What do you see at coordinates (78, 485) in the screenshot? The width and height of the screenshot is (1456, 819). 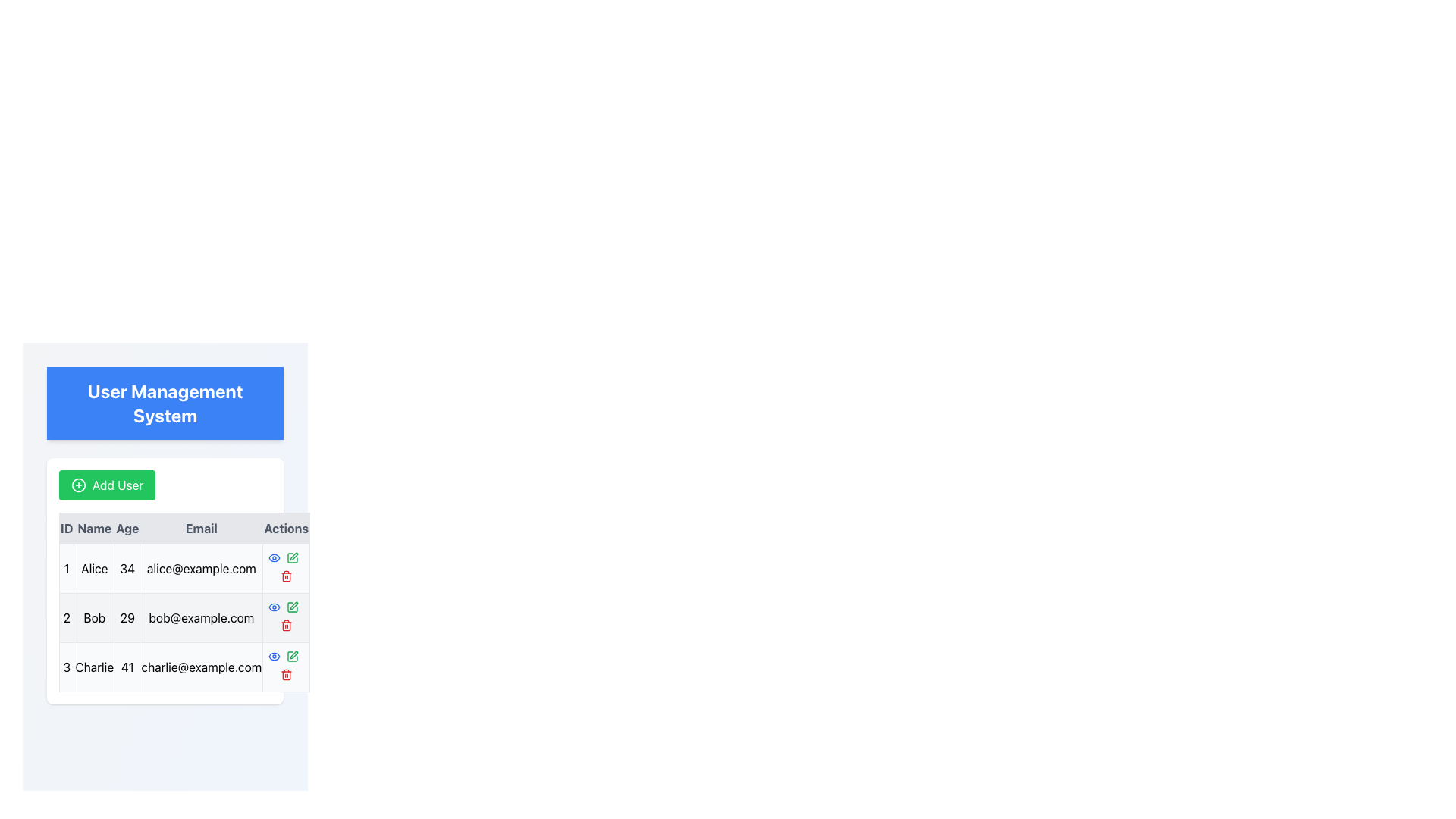 I see `the circular graphic element that is part of the 'Add User' button in the user management interface` at bounding box center [78, 485].